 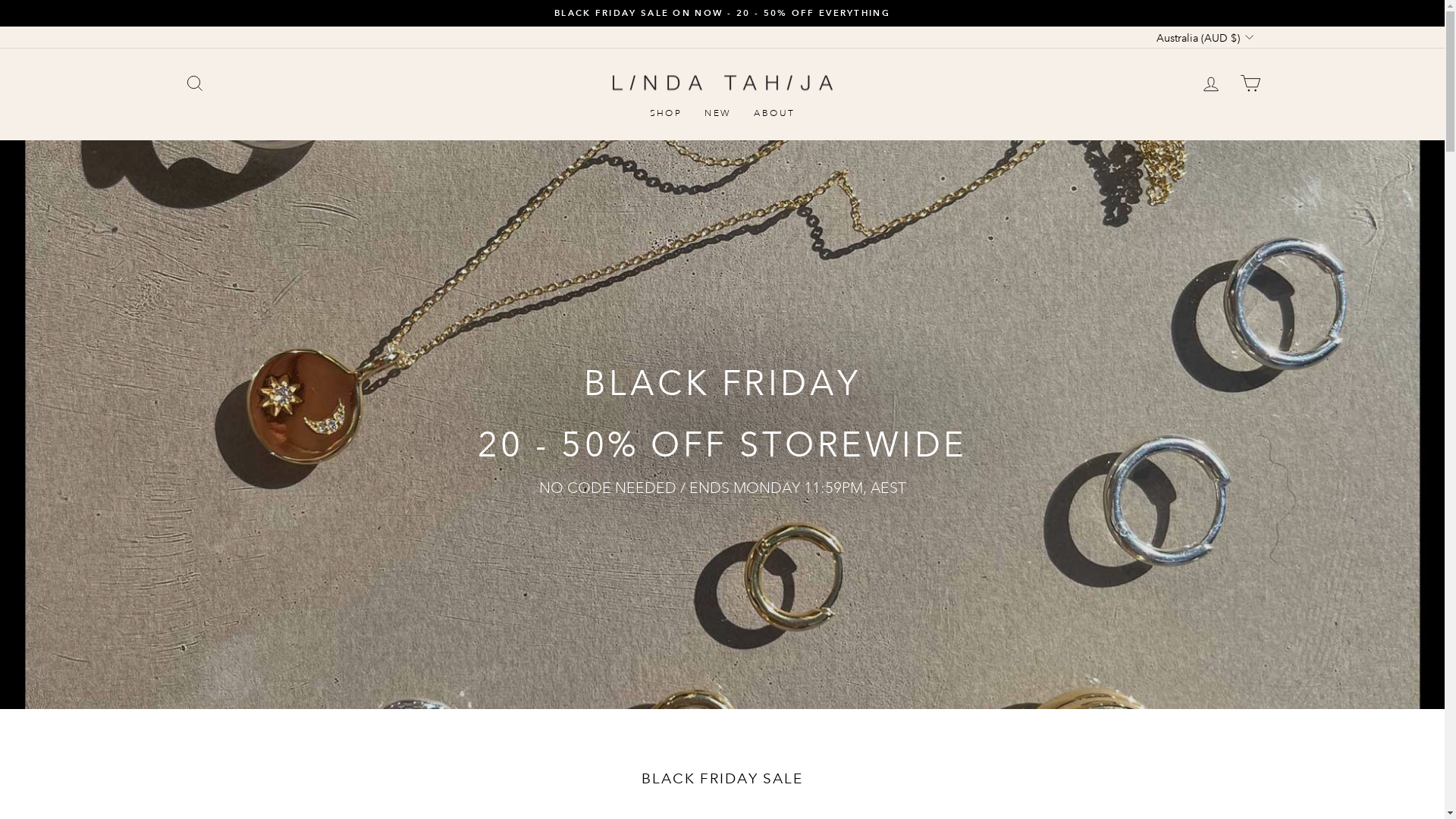 What do you see at coordinates (1202, 36) in the screenshot?
I see `'Australia (AUD $)'` at bounding box center [1202, 36].